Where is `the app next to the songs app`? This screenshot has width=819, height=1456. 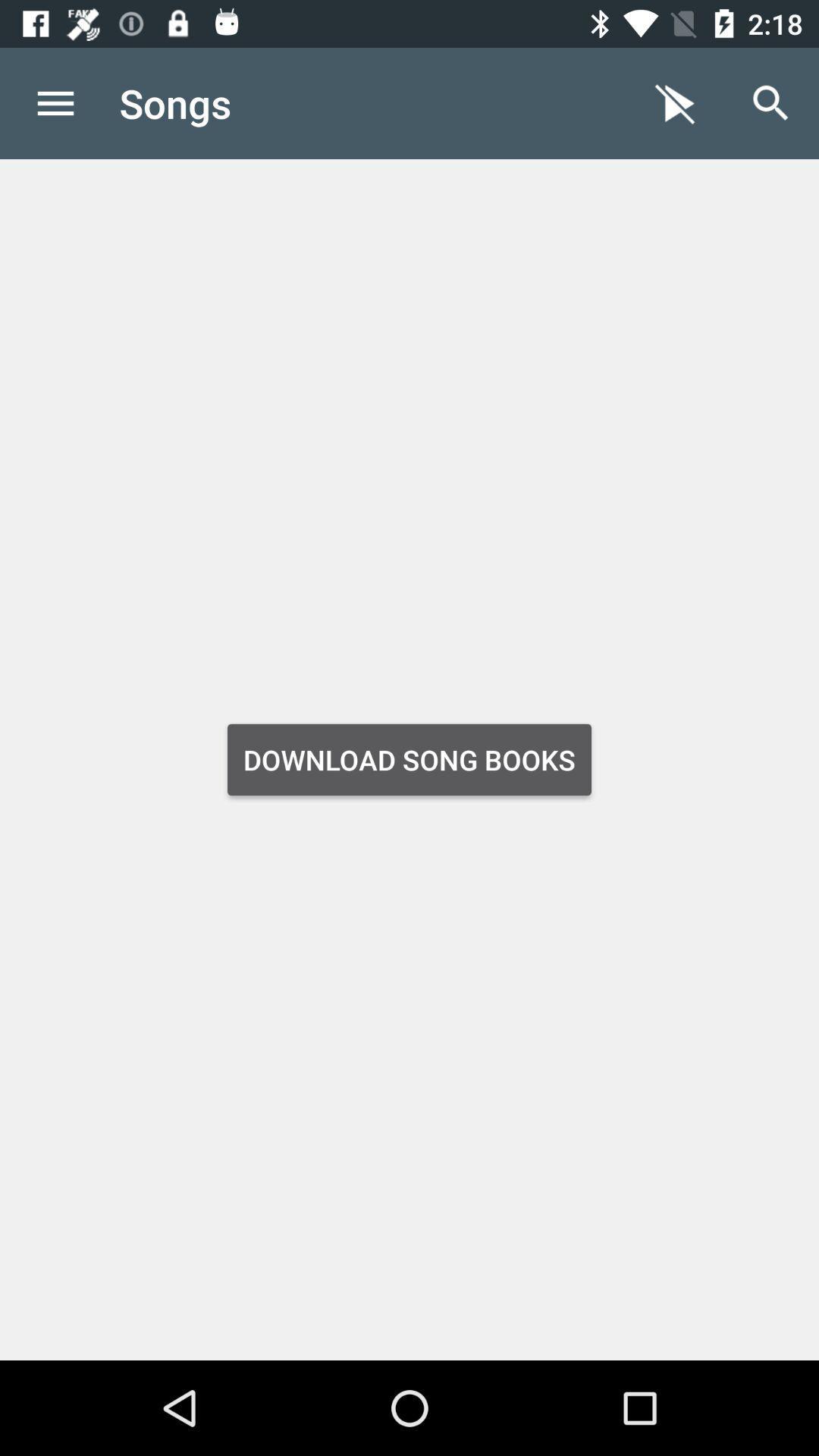
the app next to the songs app is located at coordinates (675, 102).